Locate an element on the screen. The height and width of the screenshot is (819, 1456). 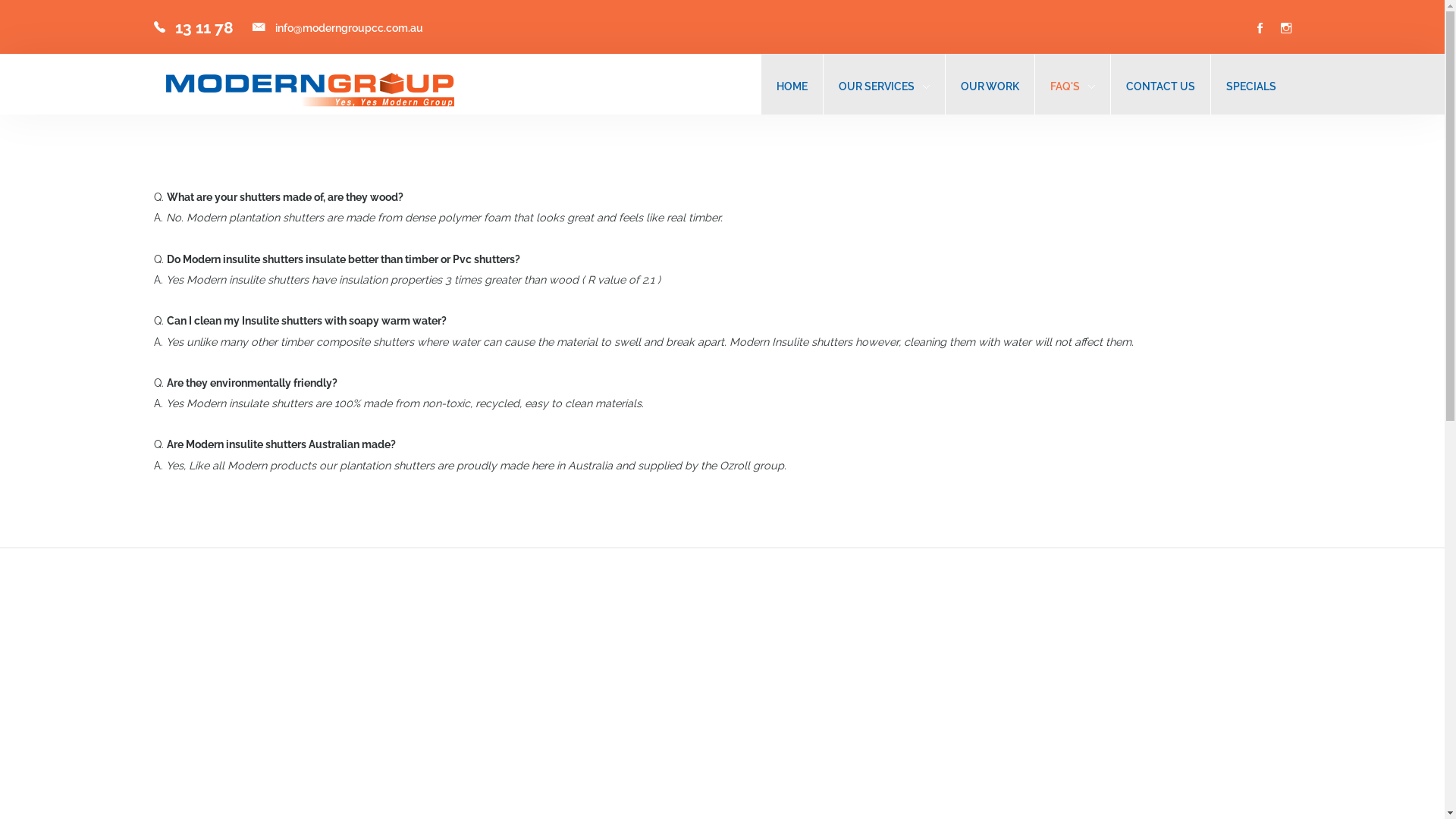
'SPECIALS' is located at coordinates (1250, 86).